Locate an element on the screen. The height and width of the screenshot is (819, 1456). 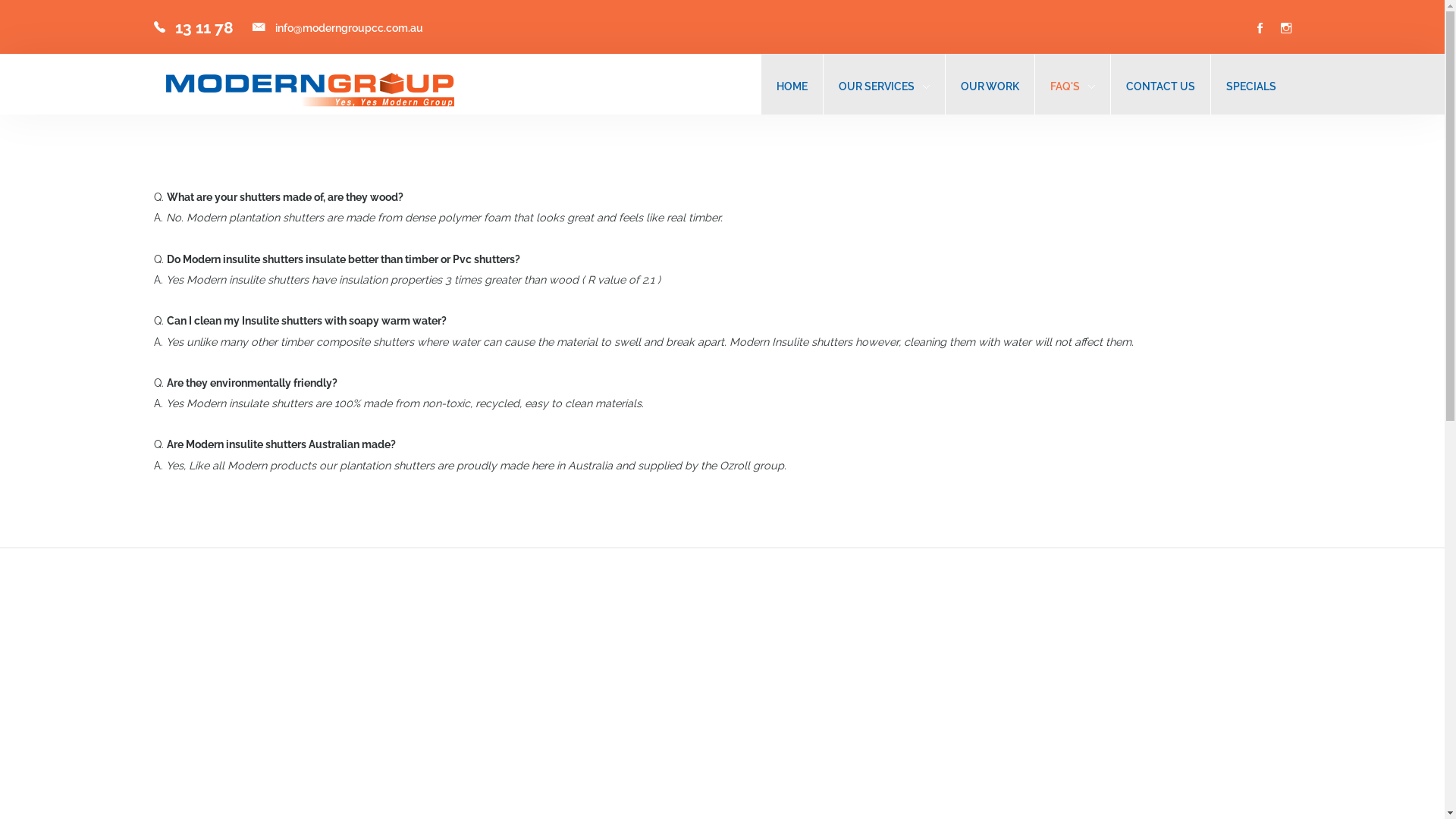
'SPECIALS' is located at coordinates (1250, 86).